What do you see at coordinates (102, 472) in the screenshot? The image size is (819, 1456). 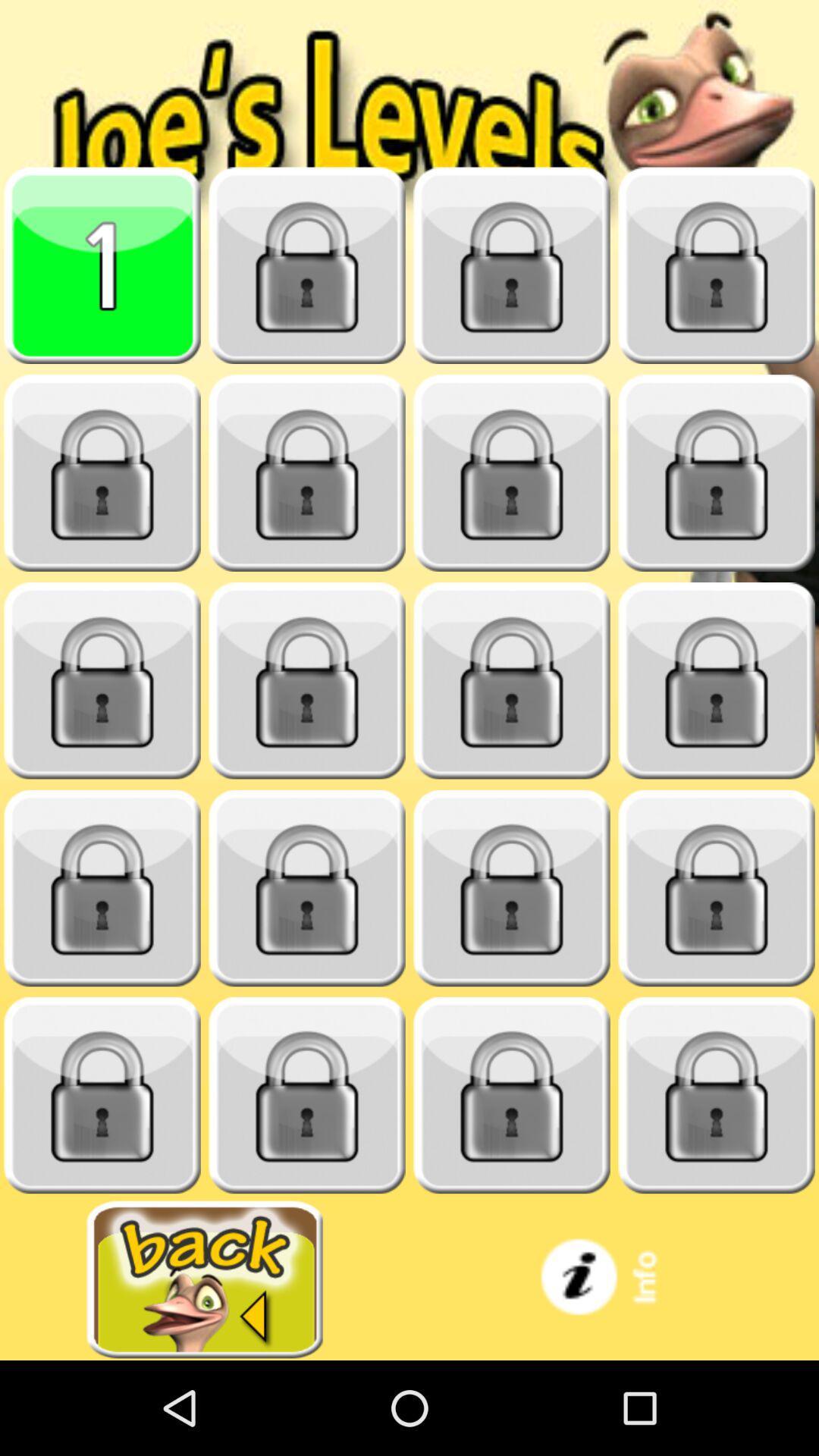 I see `lock` at bounding box center [102, 472].